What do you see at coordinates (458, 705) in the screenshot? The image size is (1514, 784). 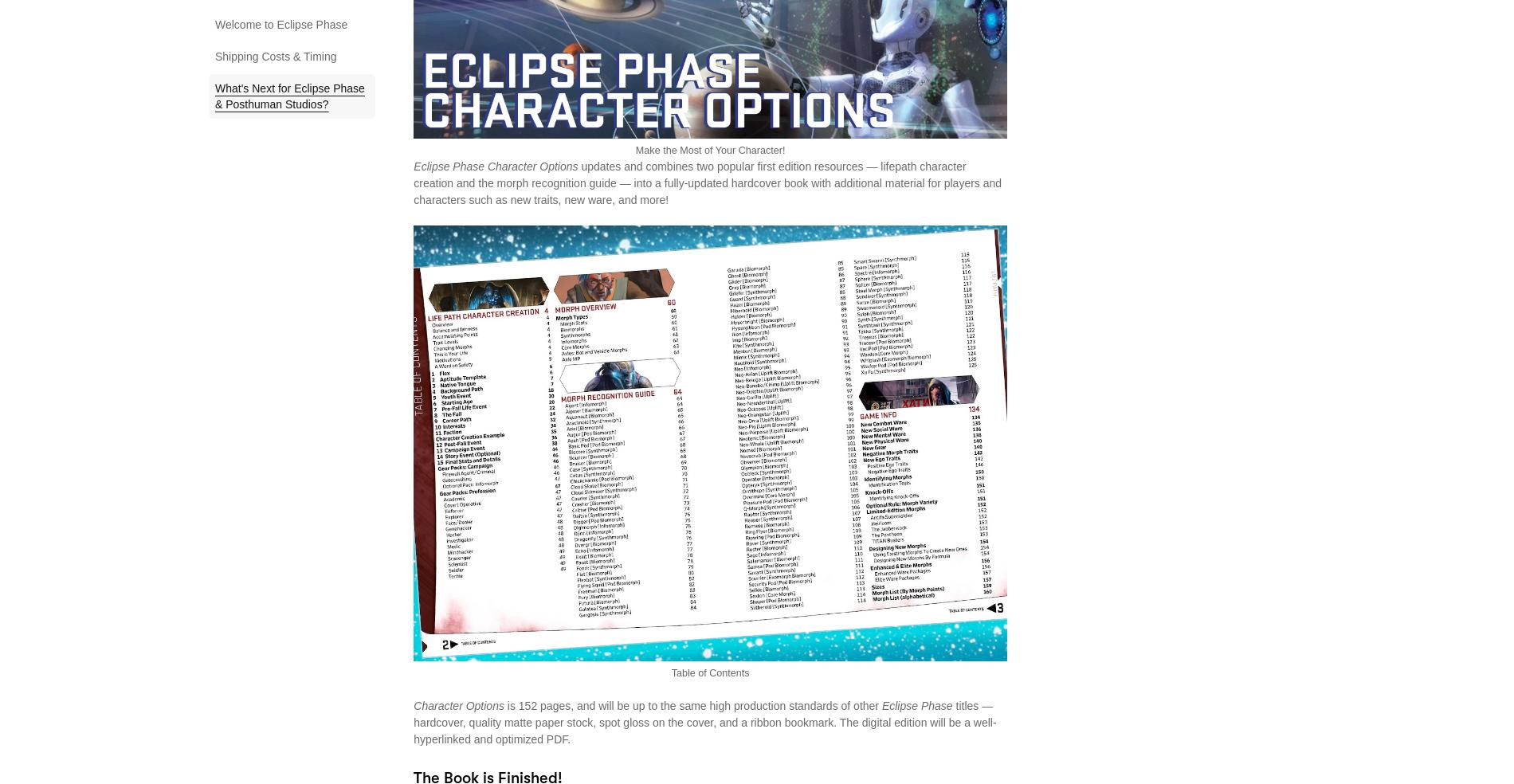 I see `'Character Options'` at bounding box center [458, 705].